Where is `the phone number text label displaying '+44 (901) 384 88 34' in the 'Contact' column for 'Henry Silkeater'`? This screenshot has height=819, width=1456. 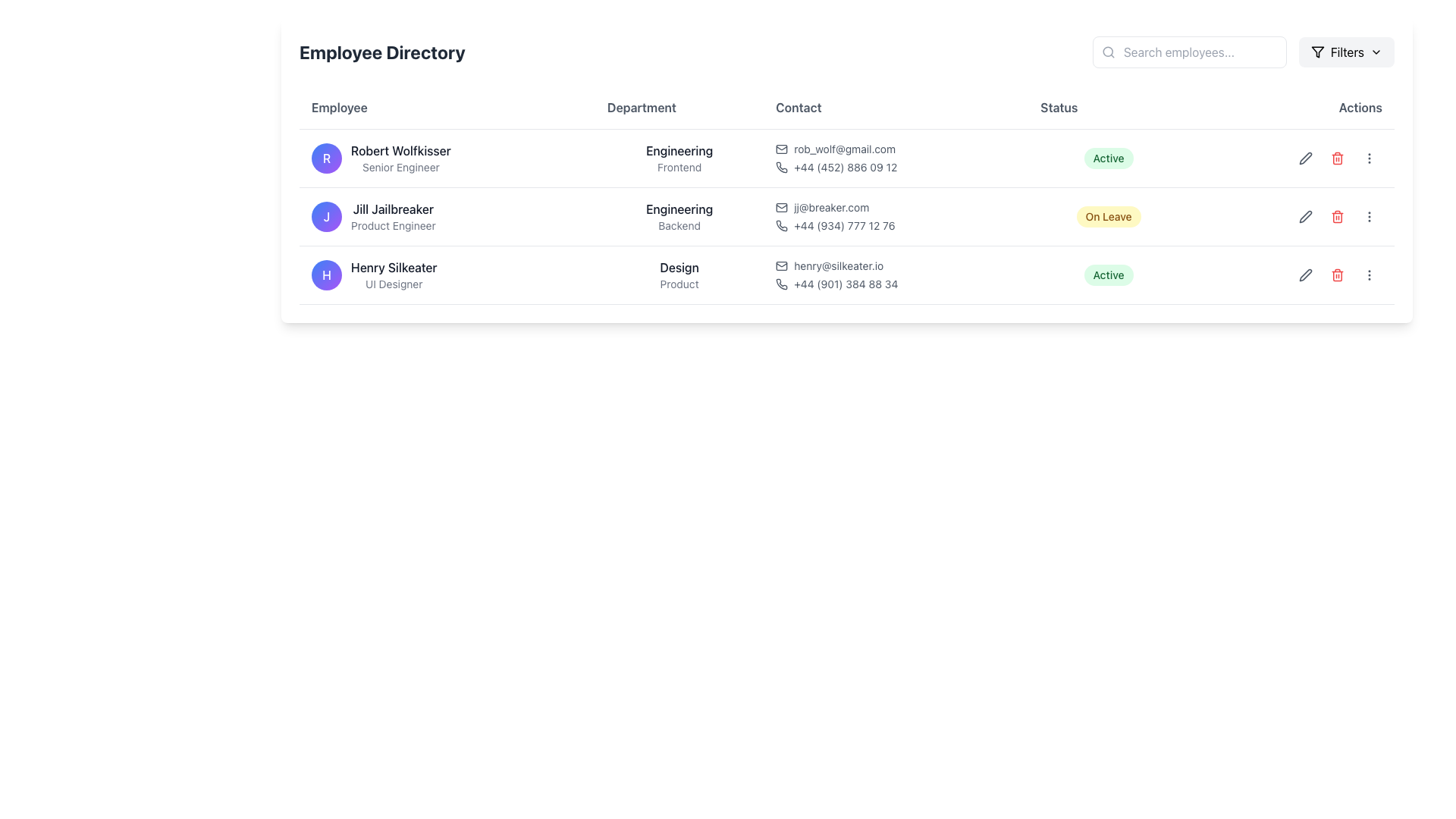 the phone number text label displaying '+44 (901) 384 88 34' in the 'Contact' column for 'Henry Silkeater' is located at coordinates (845, 284).